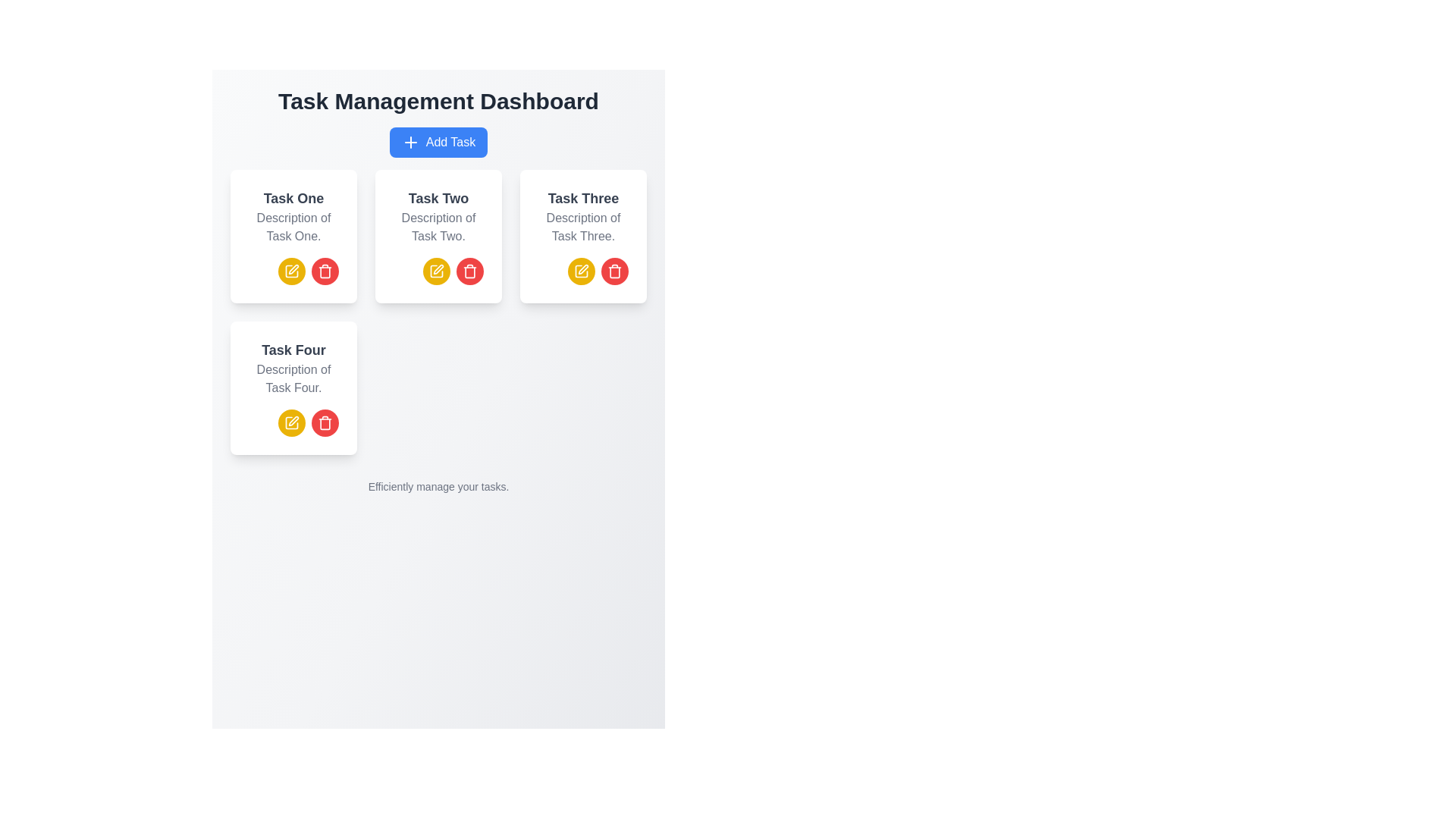 This screenshot has width=1456, height=819. What do you see at coordinates (615, 271) in the screenshot?
I see `the trash can button located in the bottom right of the third task card` at bounding box center [615, 271].